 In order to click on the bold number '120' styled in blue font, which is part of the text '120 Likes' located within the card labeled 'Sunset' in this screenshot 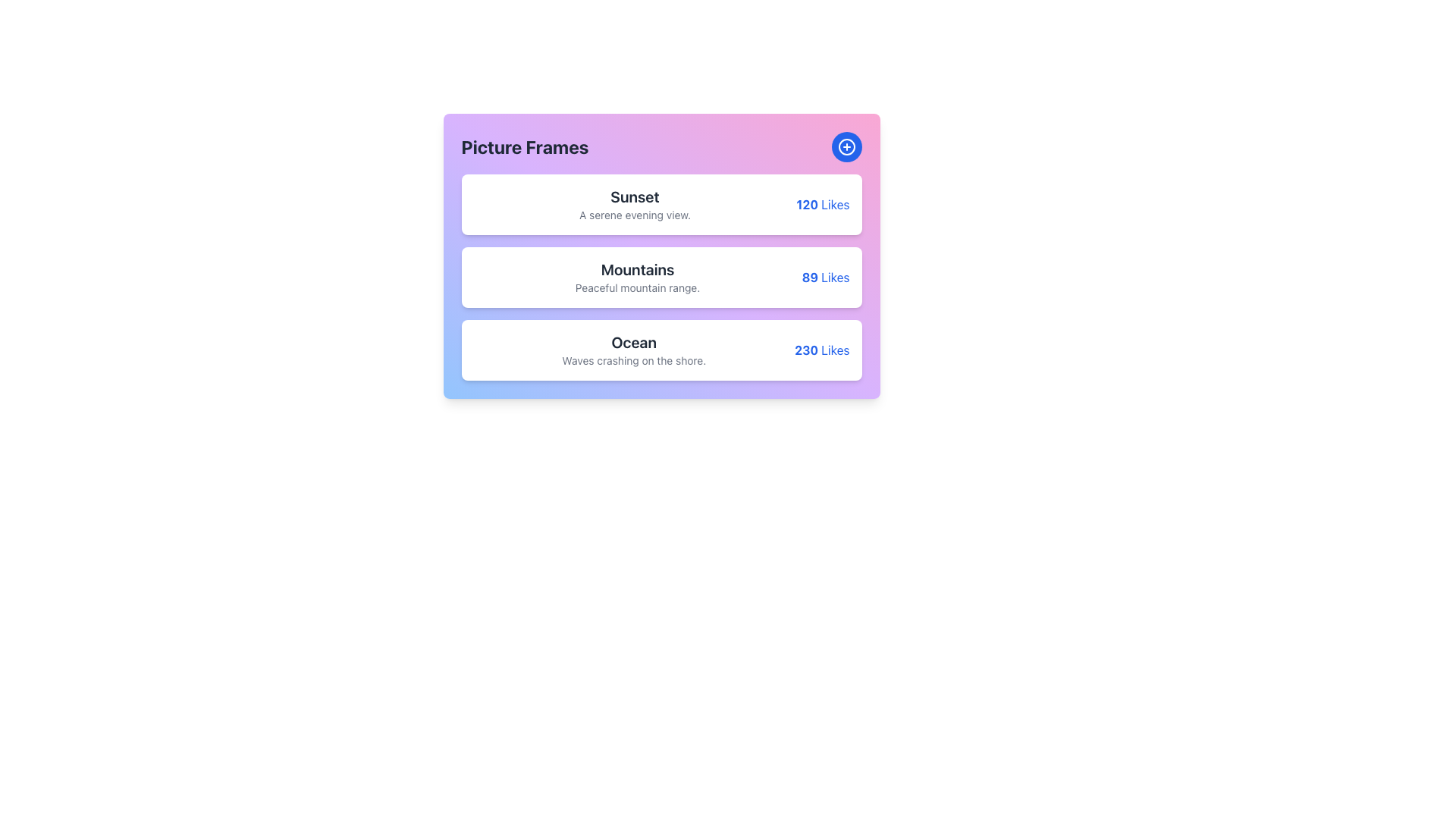, I will do `click(806, 205)`.